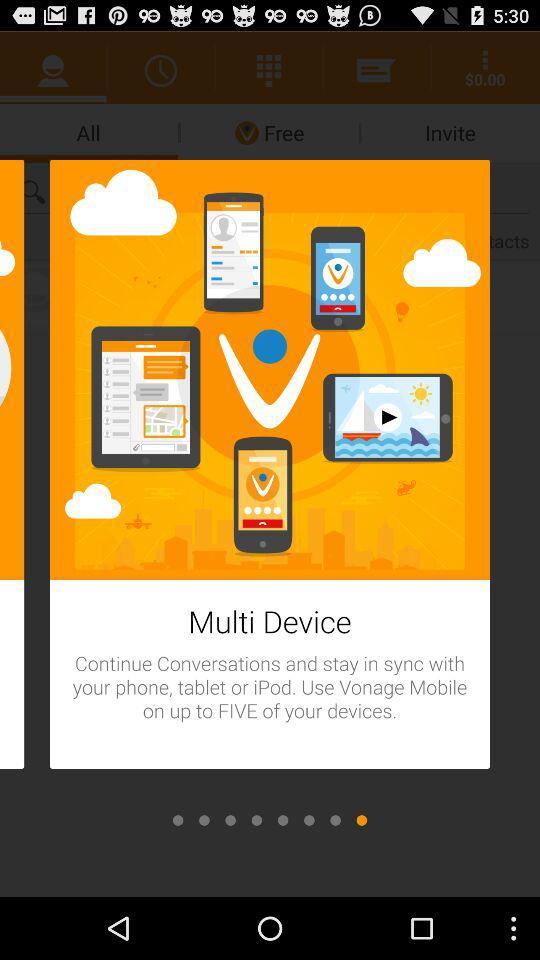  I want to click on page 4, so click(256, 820).